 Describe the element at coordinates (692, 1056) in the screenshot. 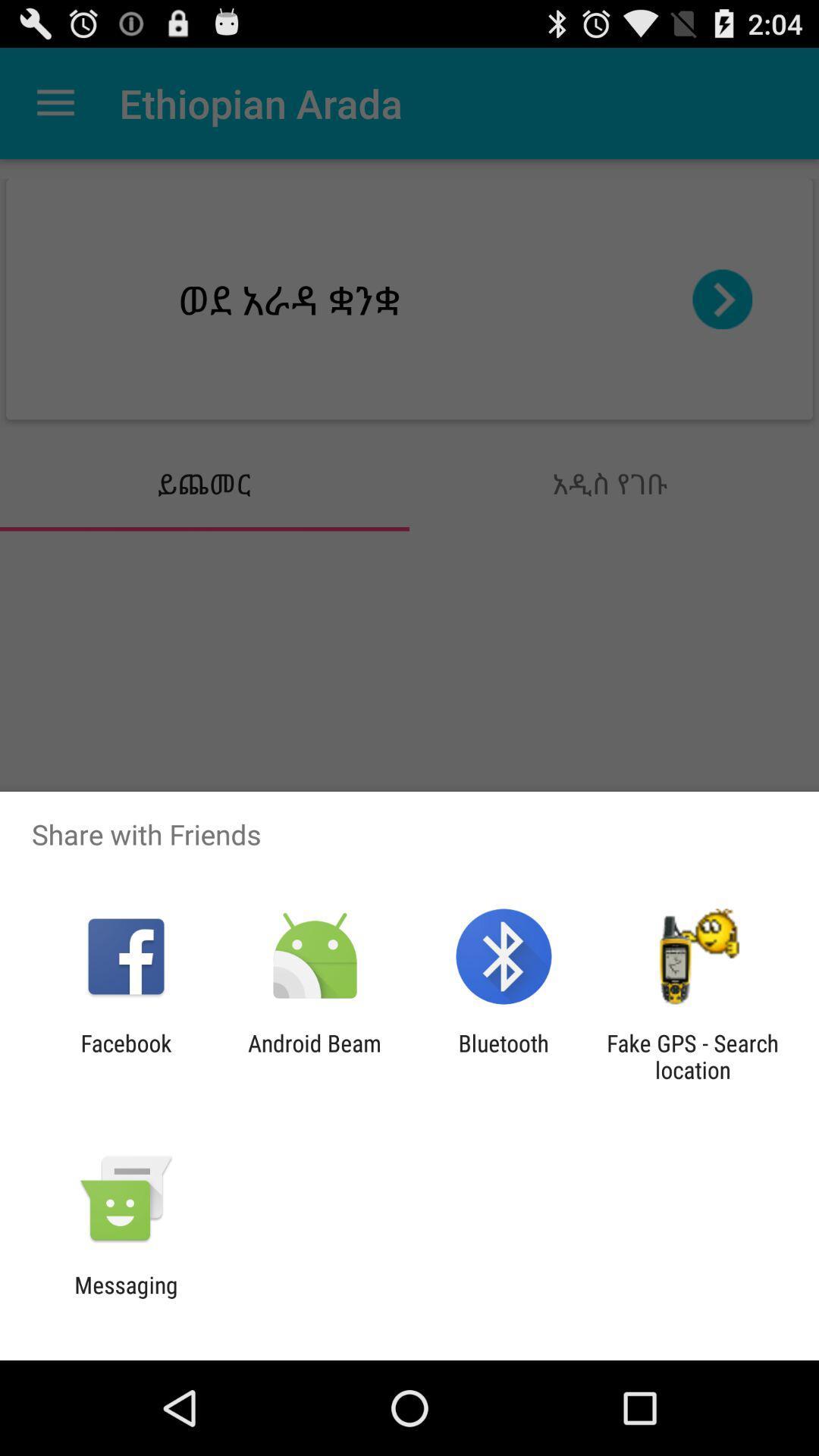

I see `item to the right of the bluetooth item` at that location.